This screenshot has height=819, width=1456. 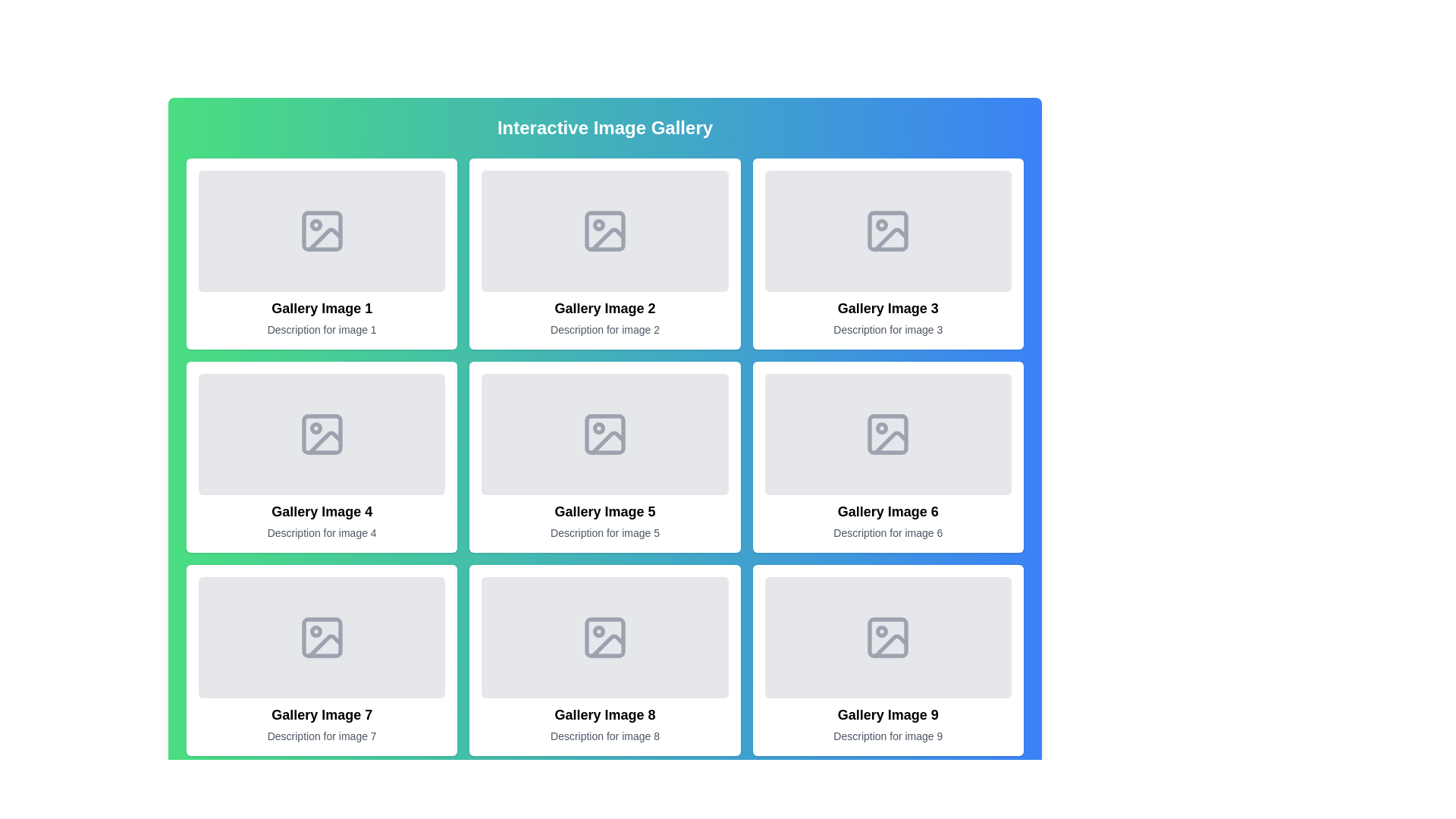 What do you see at coordinates (888, 714) in the screenshot?
I see `text label 'Gallery Image 9', which is styled with a bold font and medium size, located in the bottom-right corner of the grid layout, above the description text of the ninth gallery card` at bounding box center [888, 714].